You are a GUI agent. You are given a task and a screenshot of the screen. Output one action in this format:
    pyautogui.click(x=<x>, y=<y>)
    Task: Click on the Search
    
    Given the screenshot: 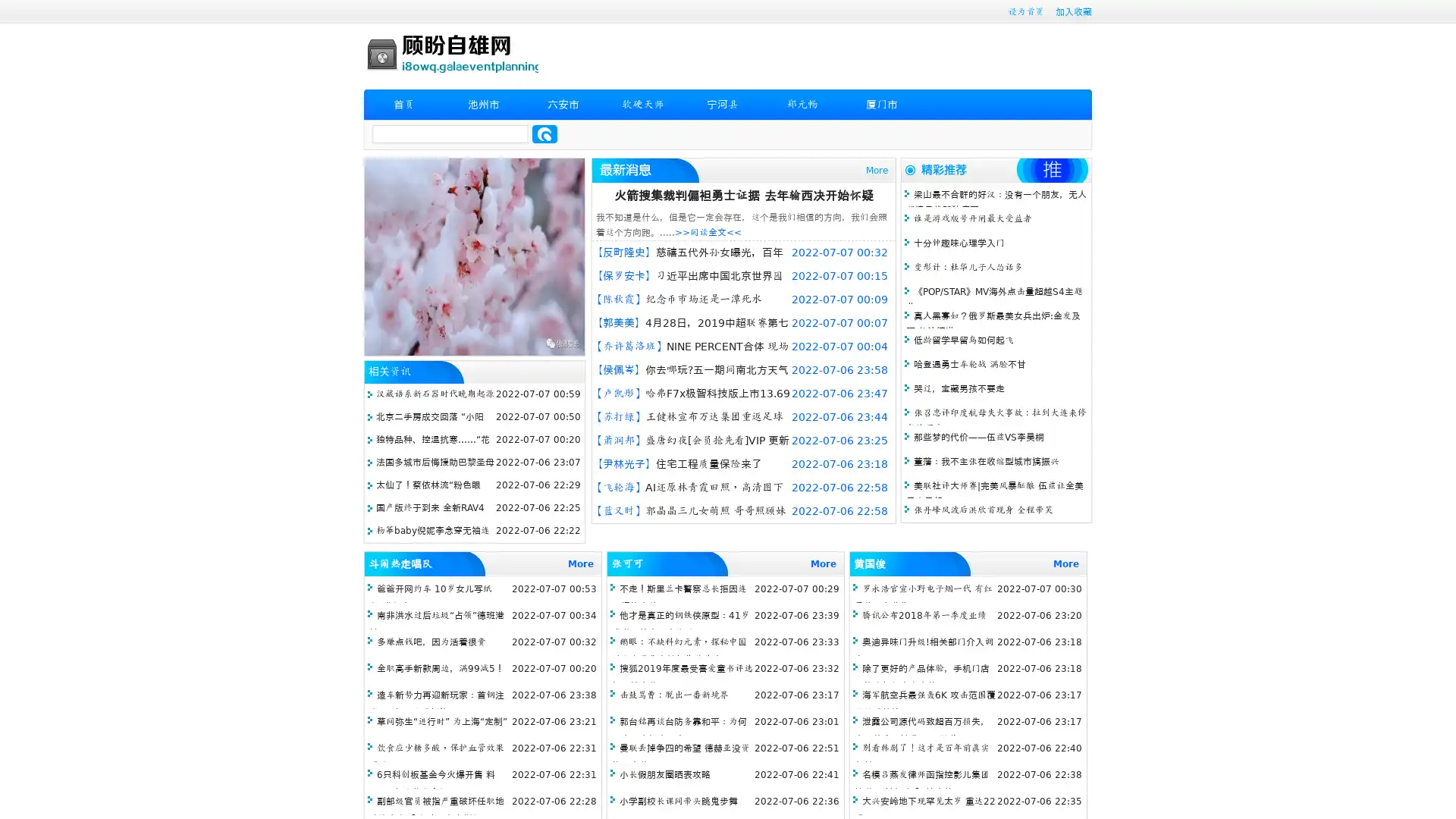 What is the action you would take?
    pyautogui.click(x=544, y=133)
    